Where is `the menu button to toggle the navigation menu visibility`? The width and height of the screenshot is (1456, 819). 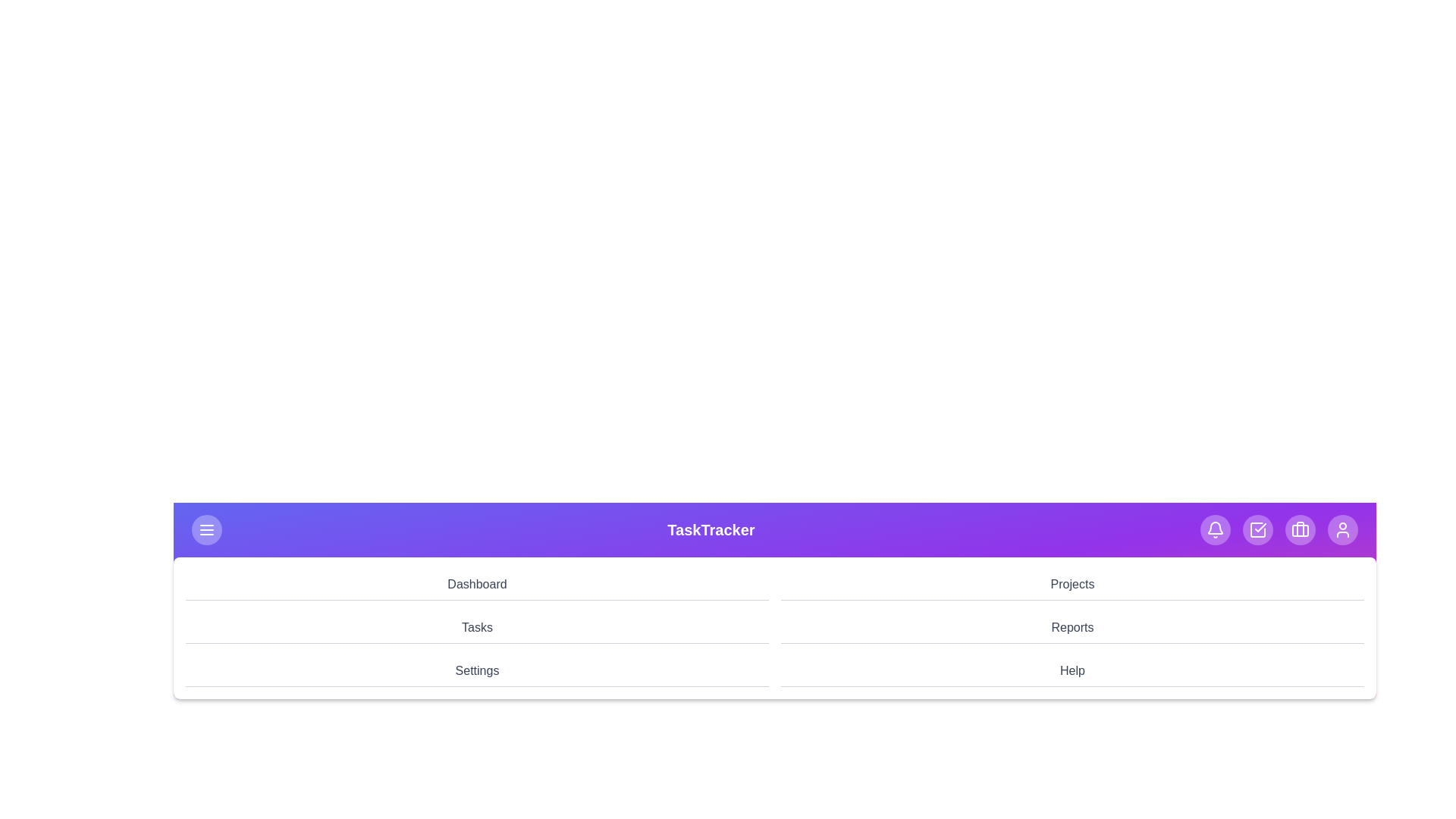 the menu button to toggle the navigation menu visibility is located at coordinates (206, 529).